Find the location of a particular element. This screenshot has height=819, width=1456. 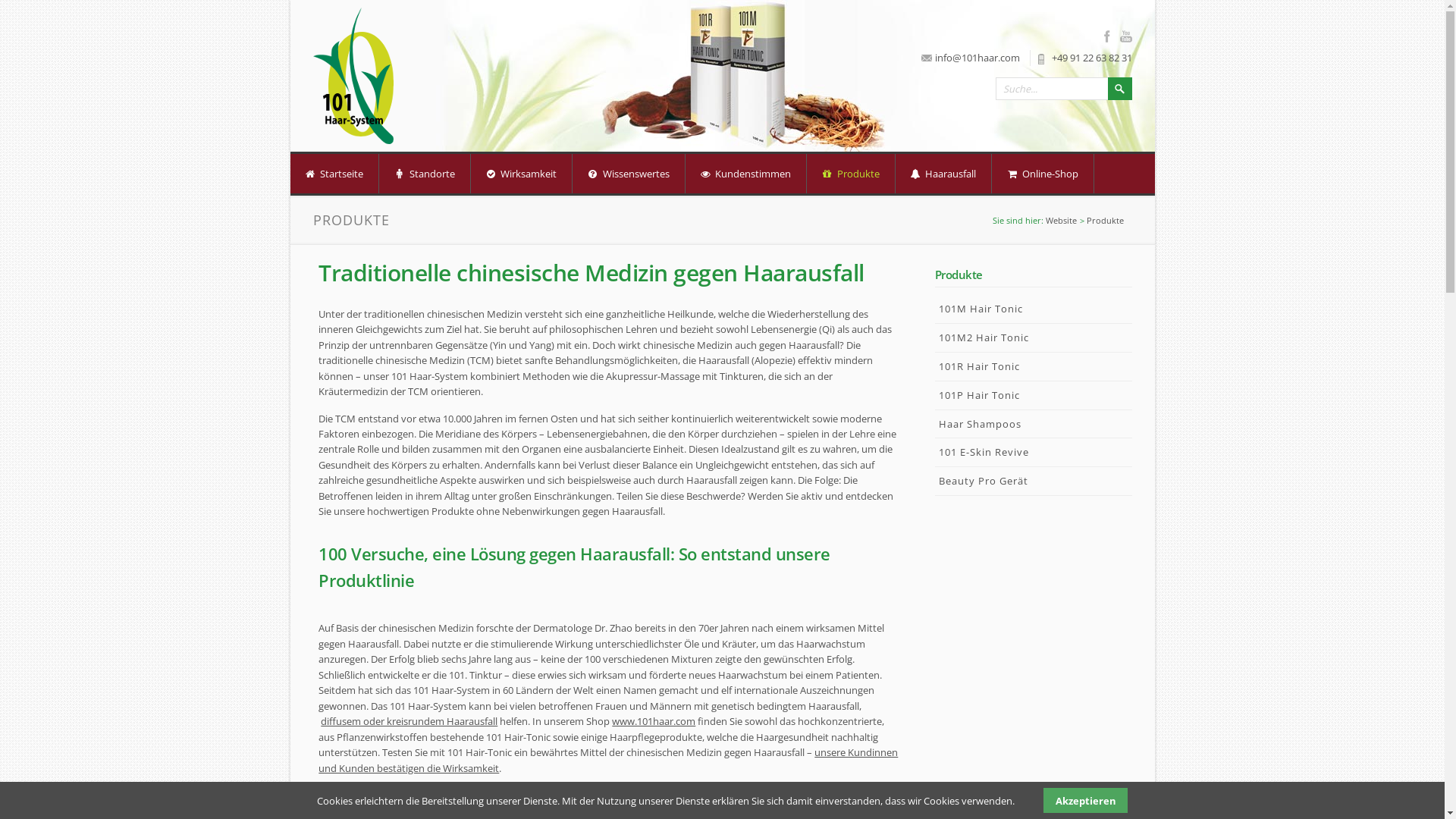

'Online-Shop' is located at coordinates (1041, 172).